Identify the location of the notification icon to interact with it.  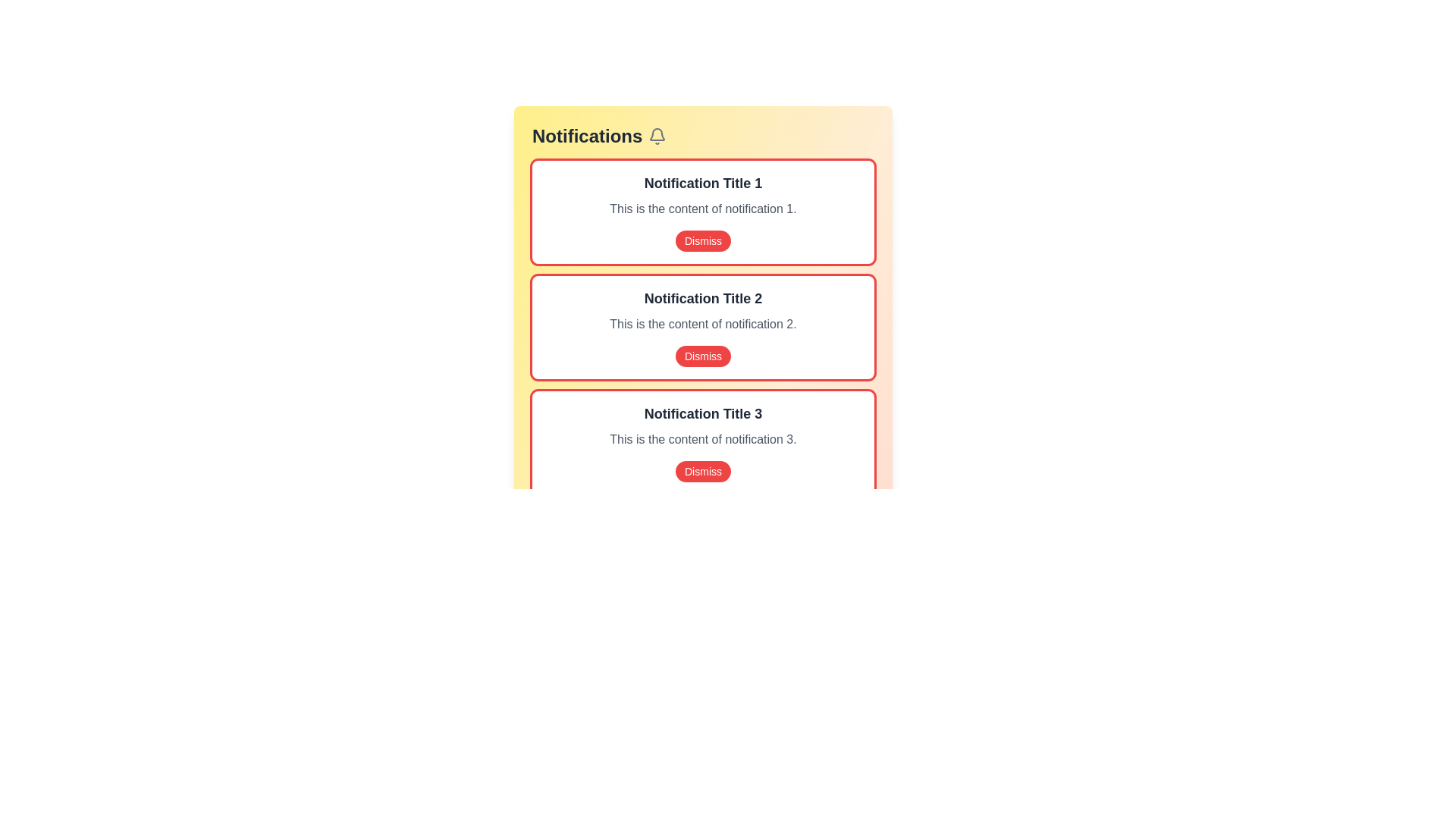
(657, 136).